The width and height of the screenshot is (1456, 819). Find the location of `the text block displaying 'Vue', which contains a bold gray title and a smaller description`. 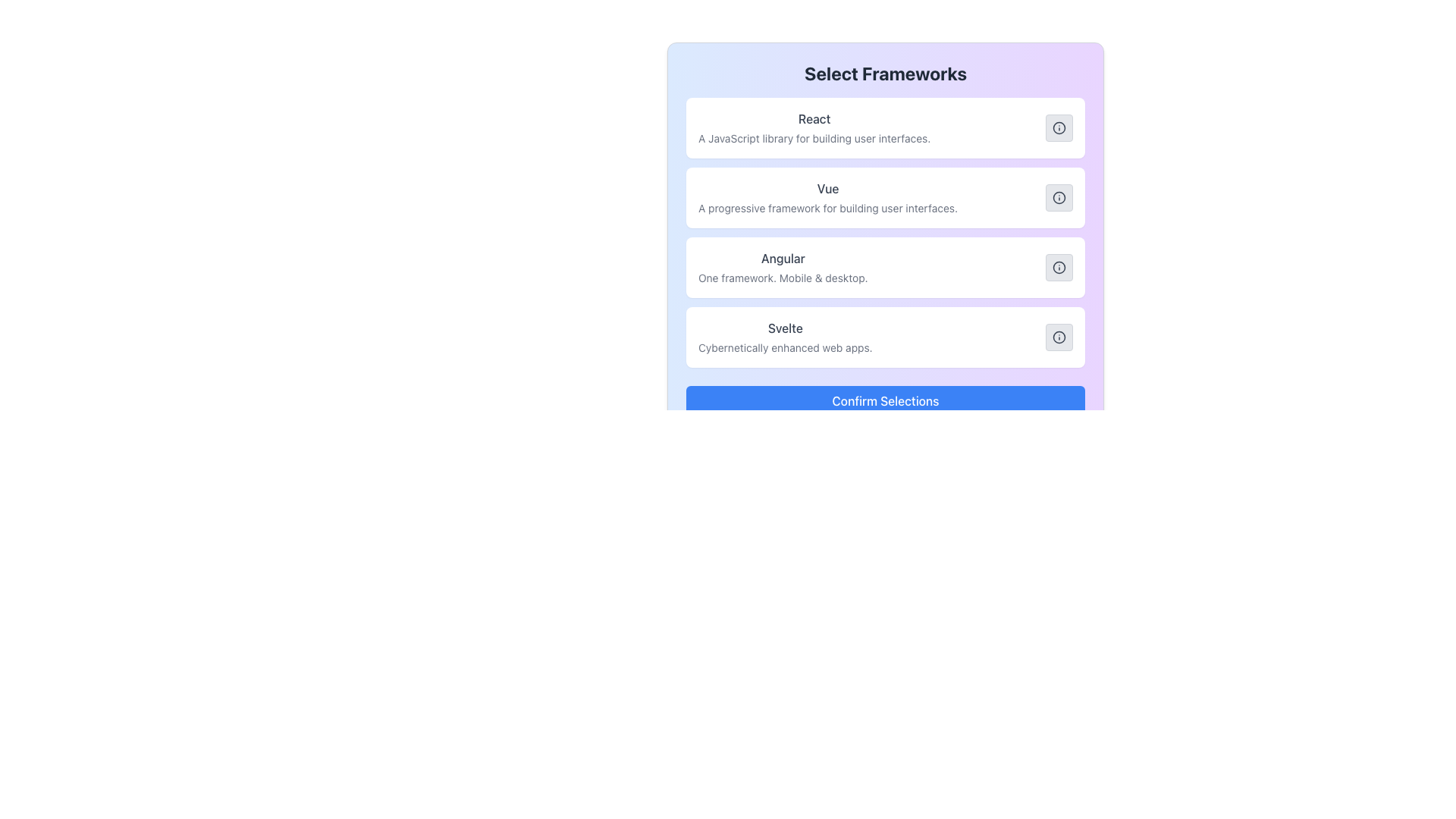

the text block displaying 'Vue', which contains a bold gray title and a smaller description is located at coordinates (827, 197).